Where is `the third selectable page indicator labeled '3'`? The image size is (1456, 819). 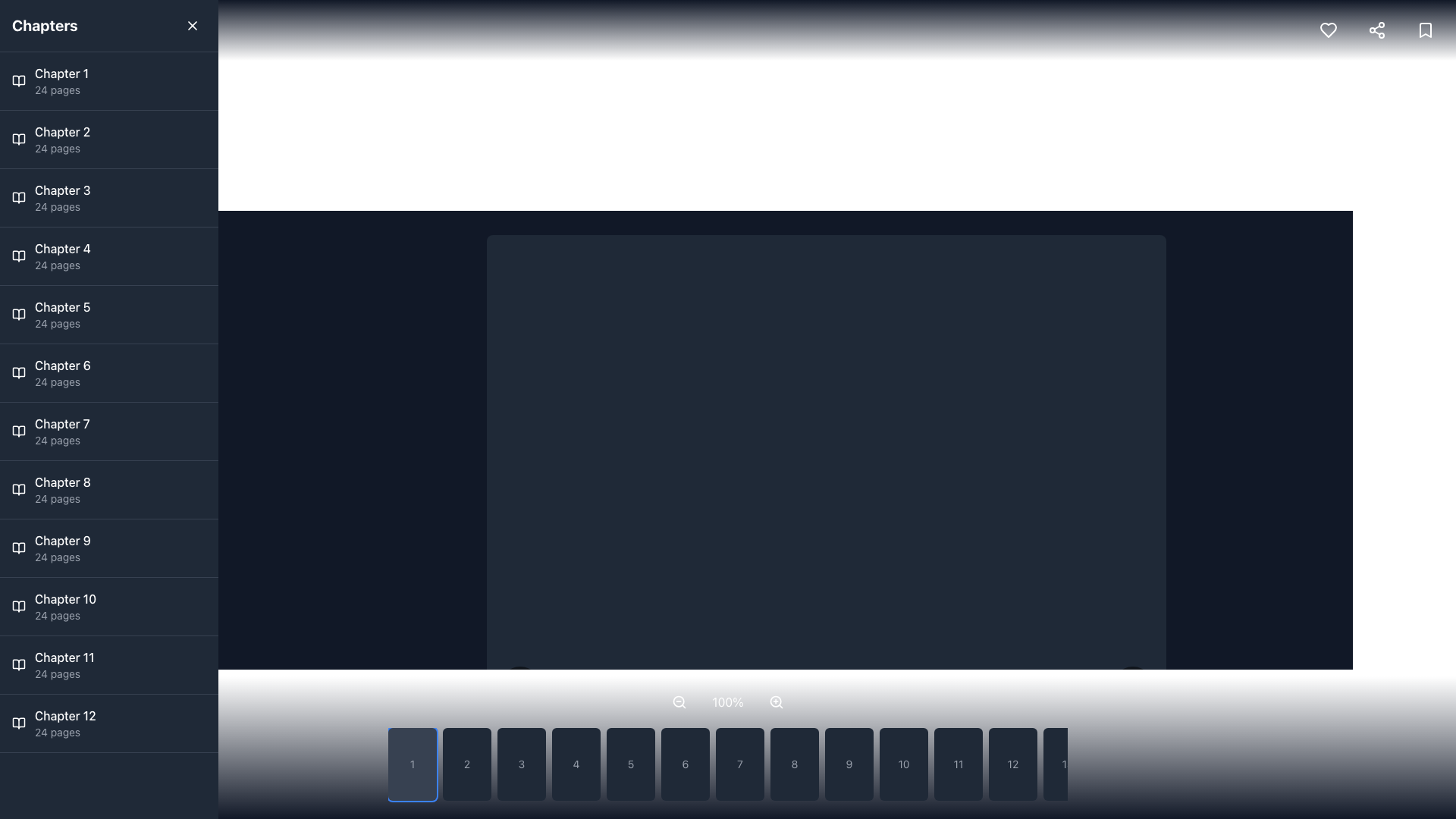 the third selectable page indicator labeled '3' is located at coordinates (521, 764).